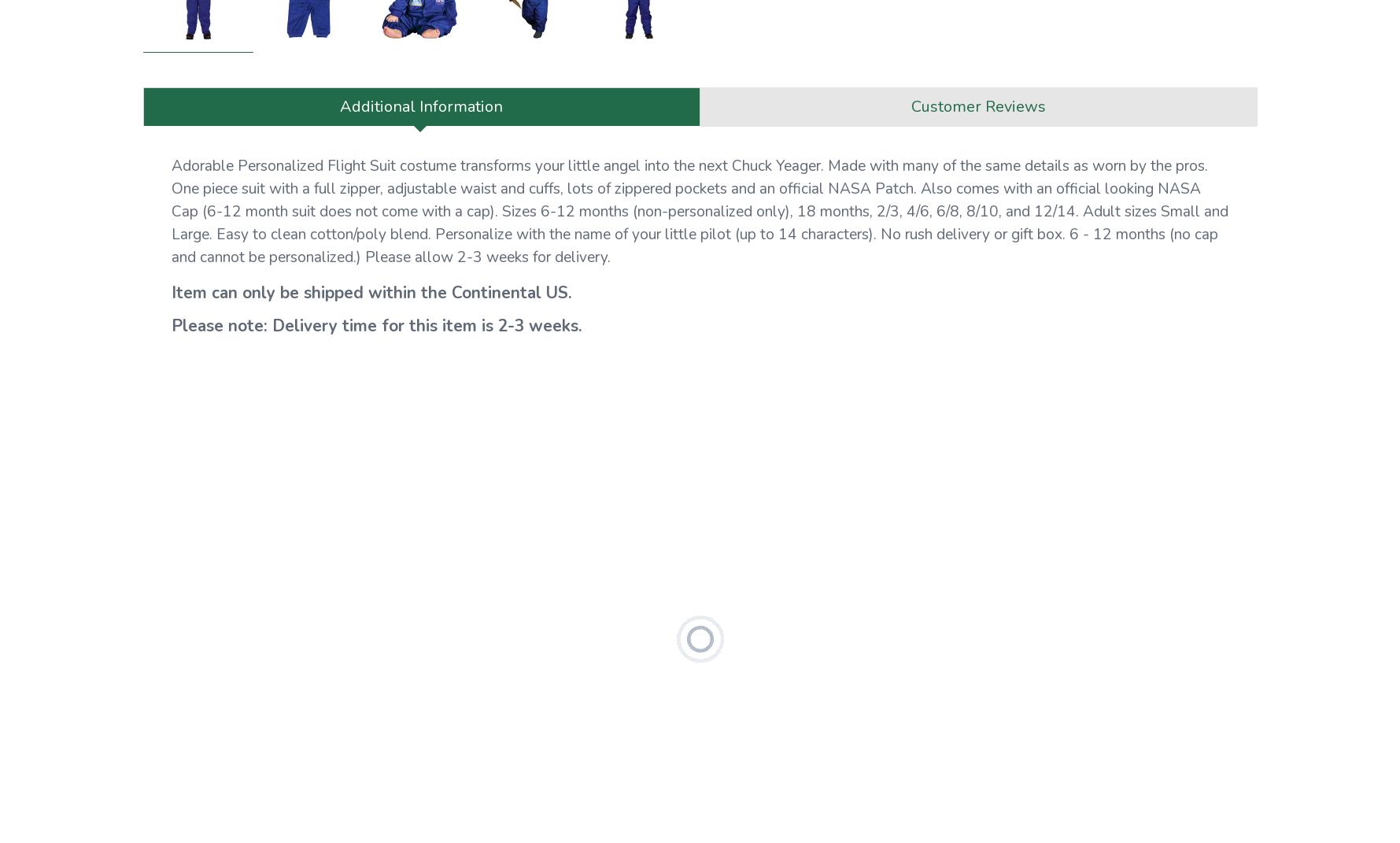  I want to click on 'Digital Accessibility Statement', so click(227, 214).